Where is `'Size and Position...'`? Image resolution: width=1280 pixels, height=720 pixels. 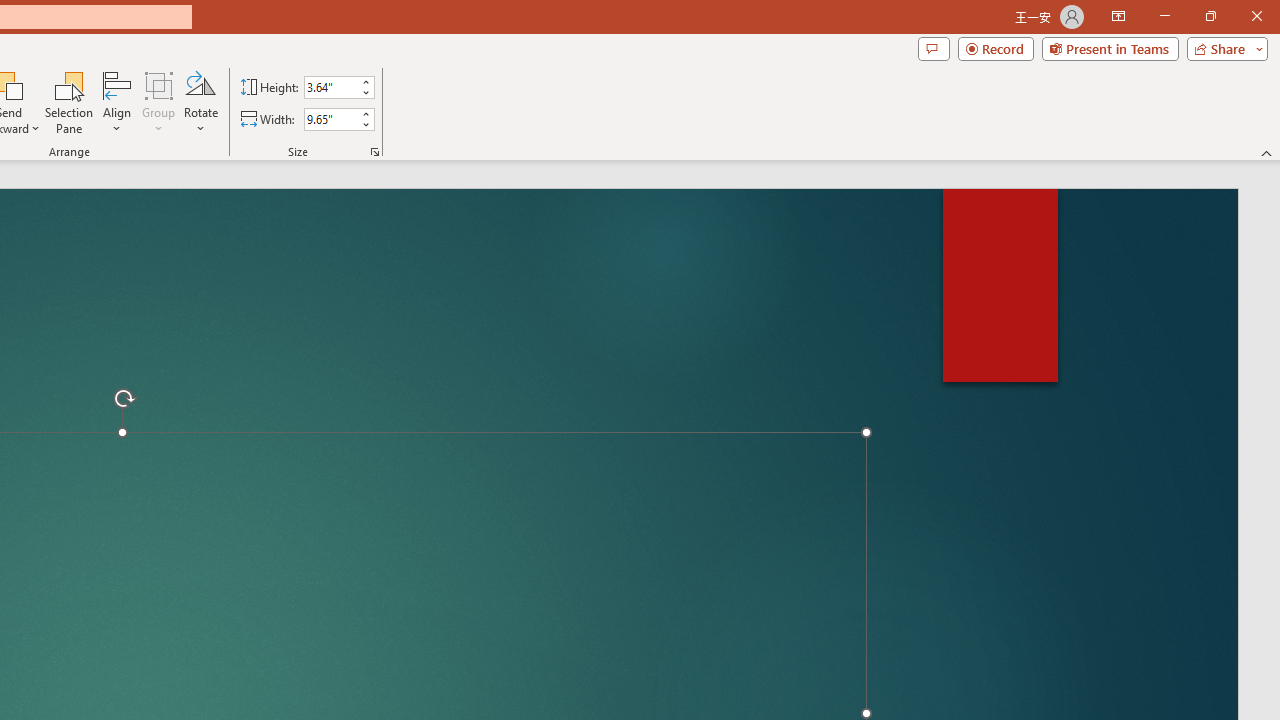 'Size and Position...' is located at coordinates (375, 150).